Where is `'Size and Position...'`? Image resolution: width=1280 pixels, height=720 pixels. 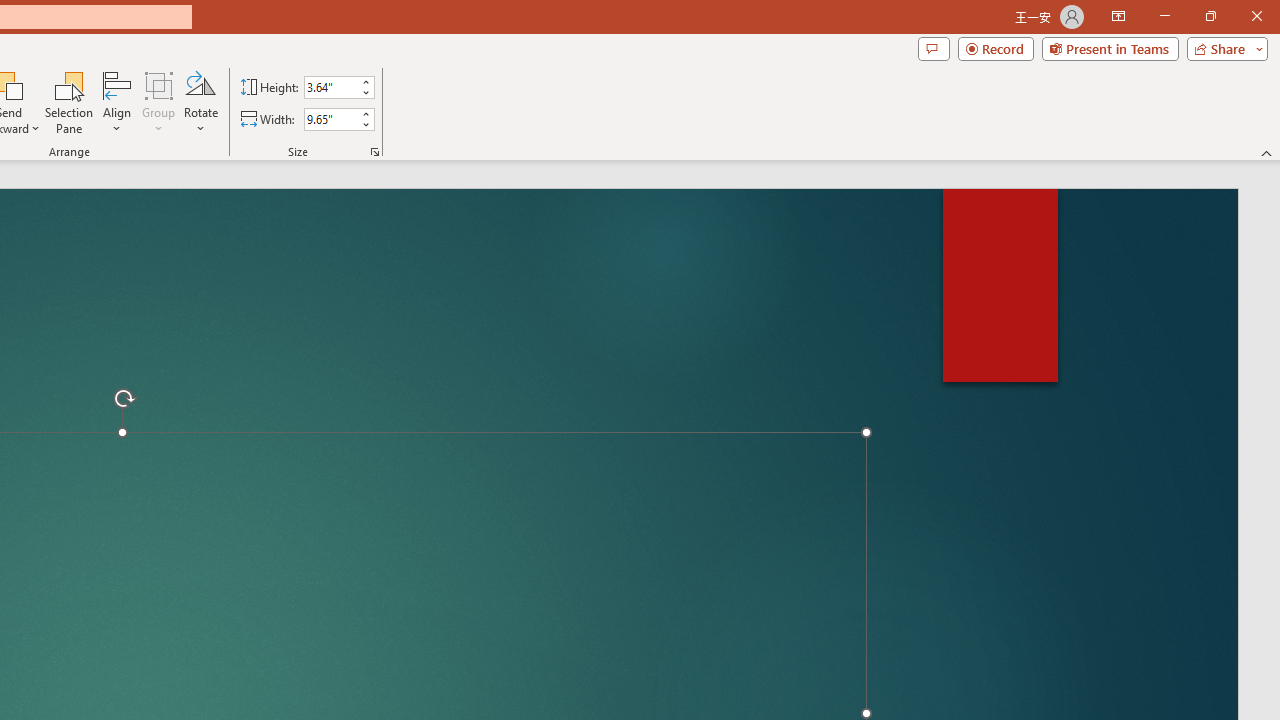 'Size and Position...' is located at coordinates (375, 150).